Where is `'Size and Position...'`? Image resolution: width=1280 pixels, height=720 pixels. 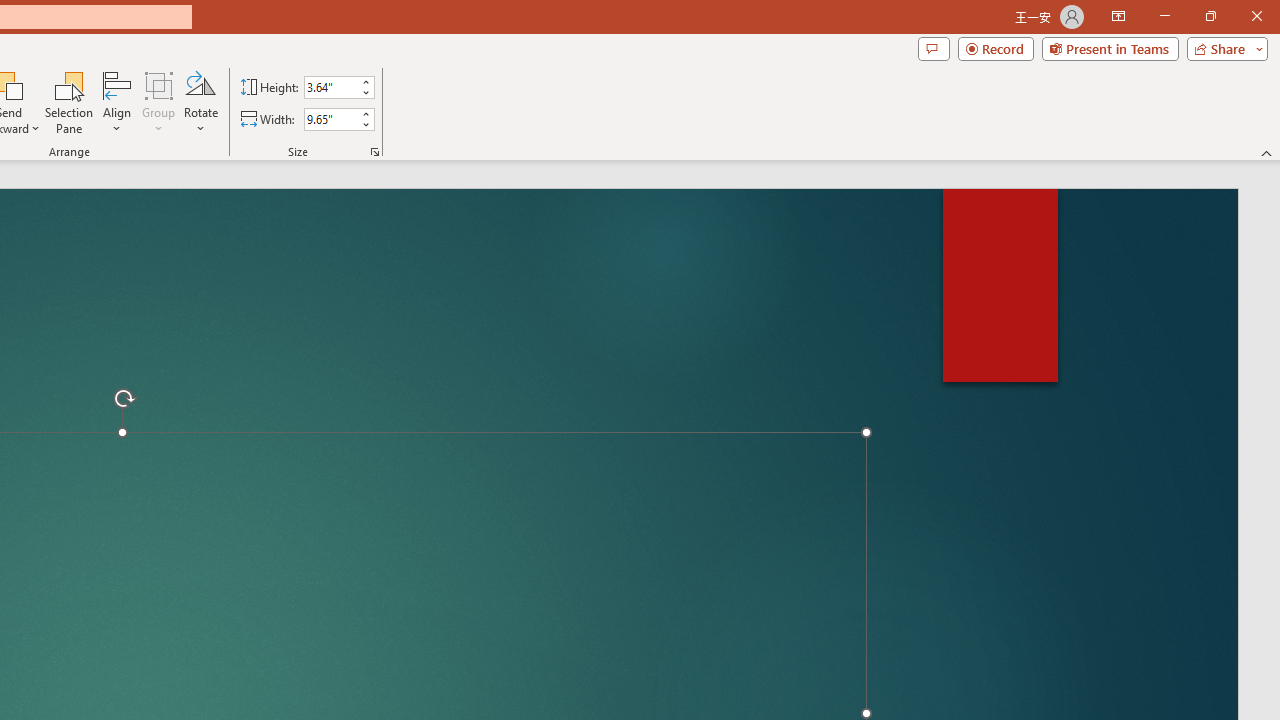 'Size and Position...' is located at coordinates (375, 150).